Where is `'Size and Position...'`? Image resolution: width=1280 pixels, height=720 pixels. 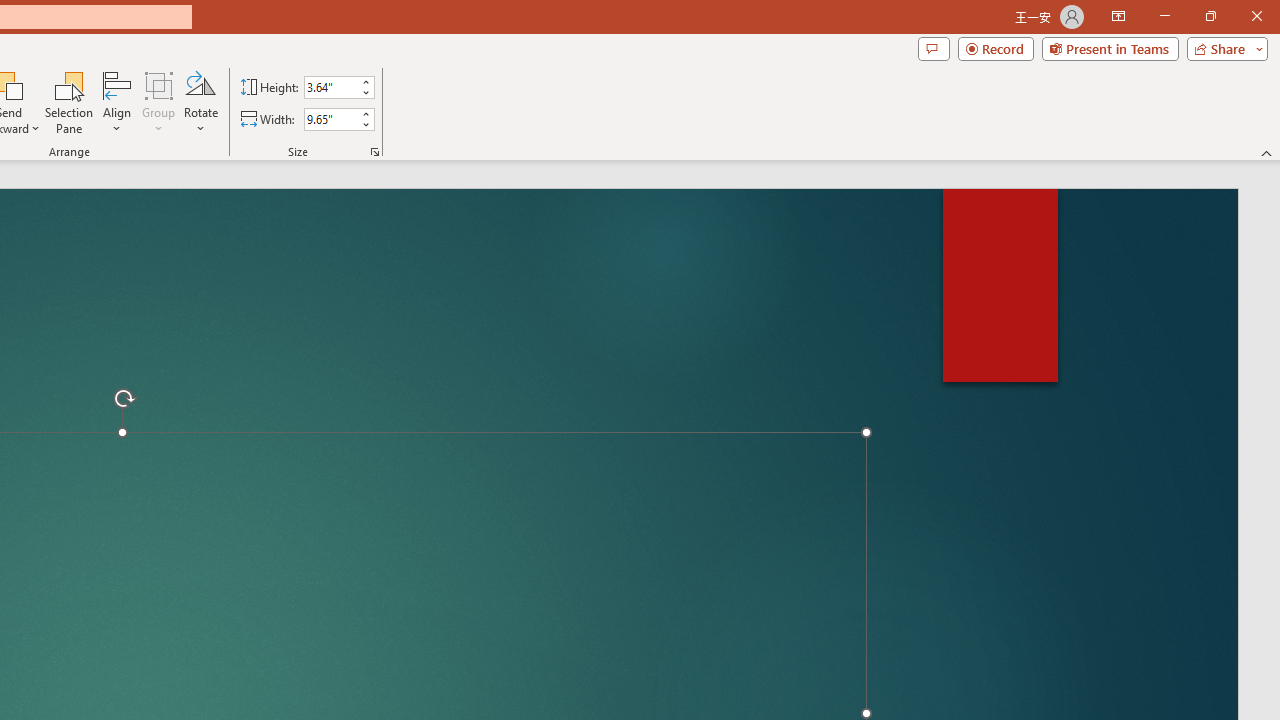 'Size and Position...' is located at coordinates (375, 150).